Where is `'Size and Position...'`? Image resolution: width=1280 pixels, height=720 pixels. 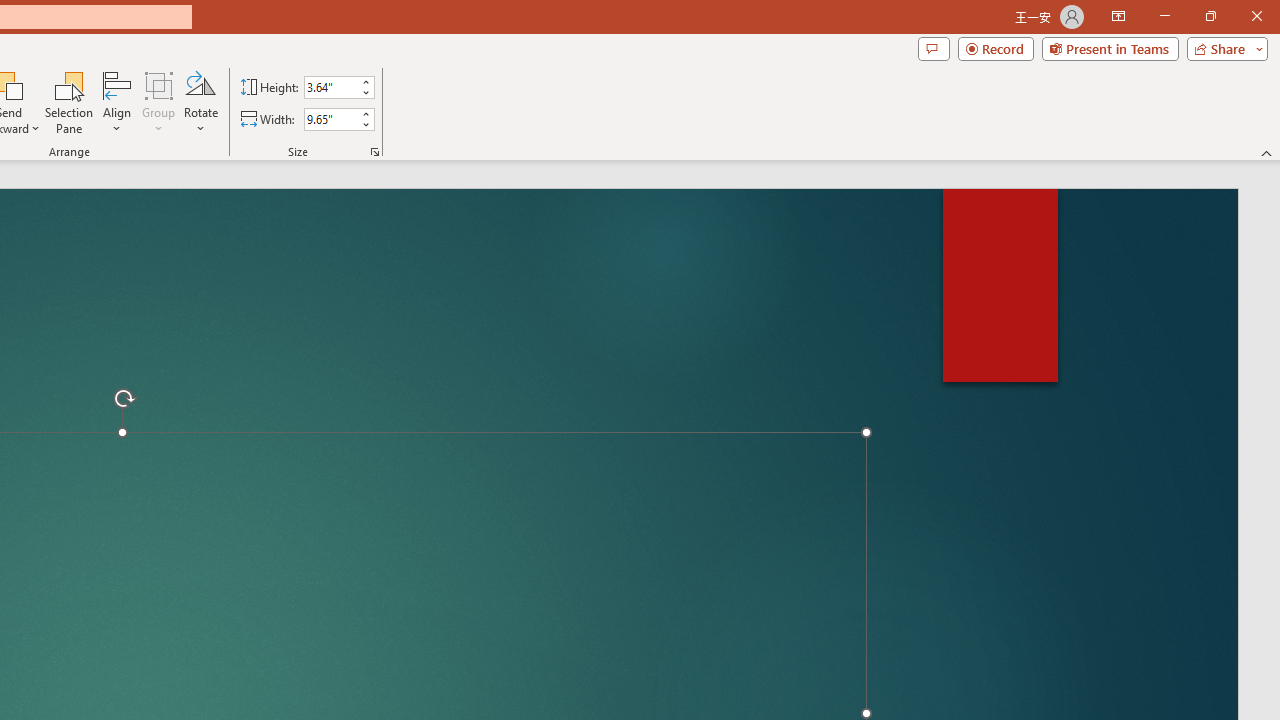 'Size and Position...' is located at coordinates (375, 150).